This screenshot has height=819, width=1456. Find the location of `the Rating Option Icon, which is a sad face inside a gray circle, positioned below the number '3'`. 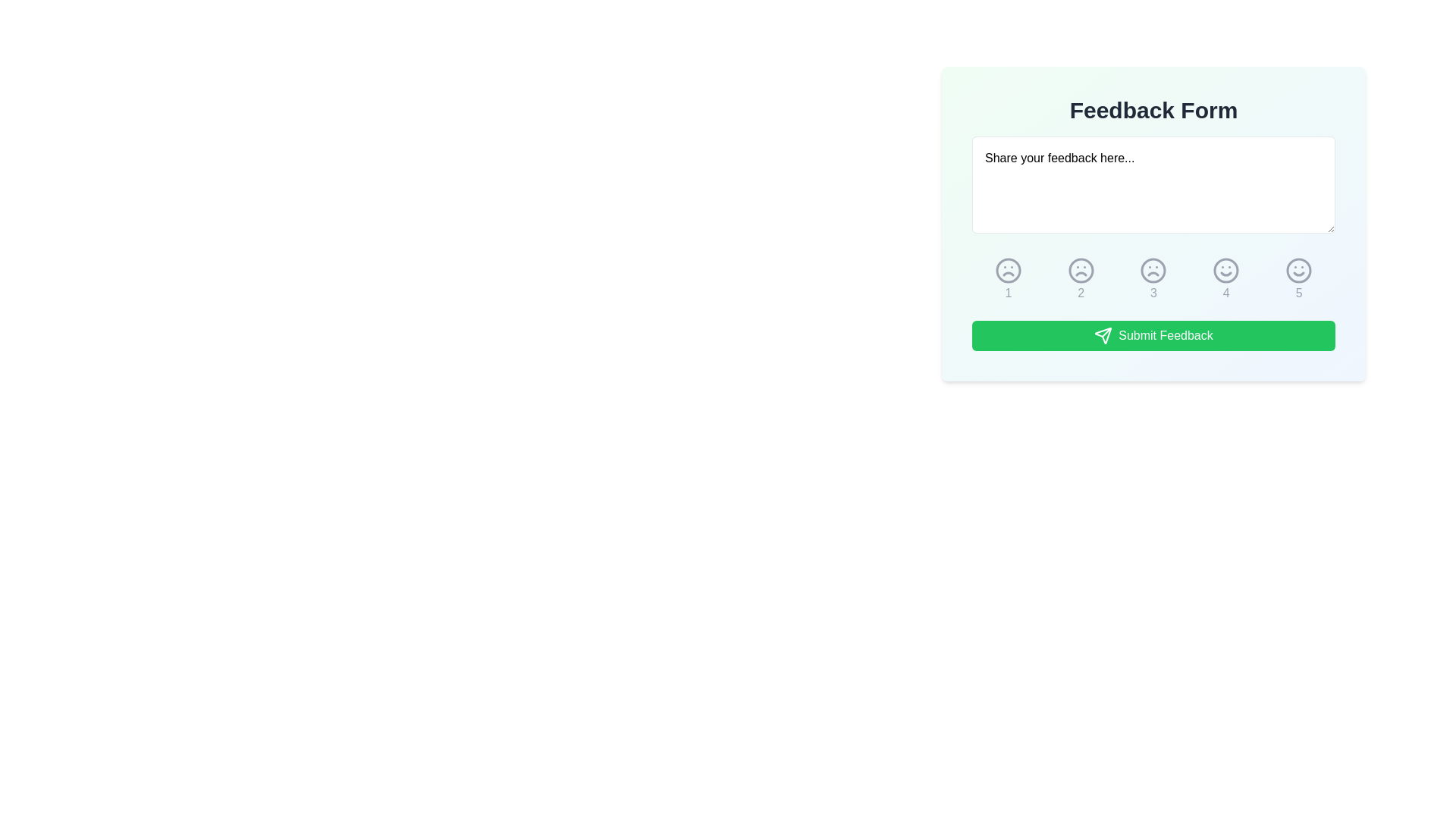

the Rating Option Icon, which is a sad face inside a gray circle, positioned below the number '3' is located at coordinates (1153, 280).